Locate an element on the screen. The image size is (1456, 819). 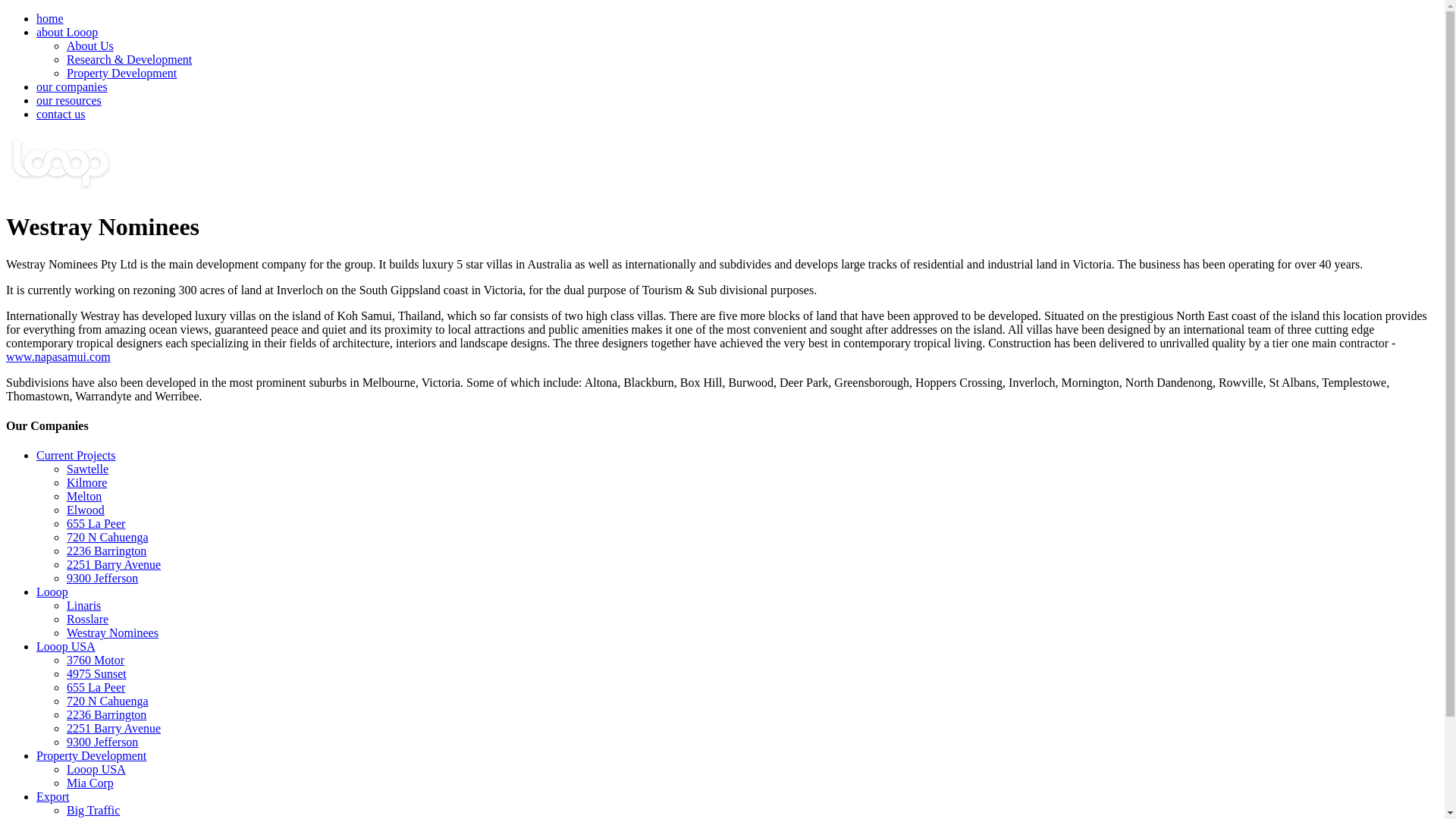
'Sawtelle' is located at coordinates (86, 468).